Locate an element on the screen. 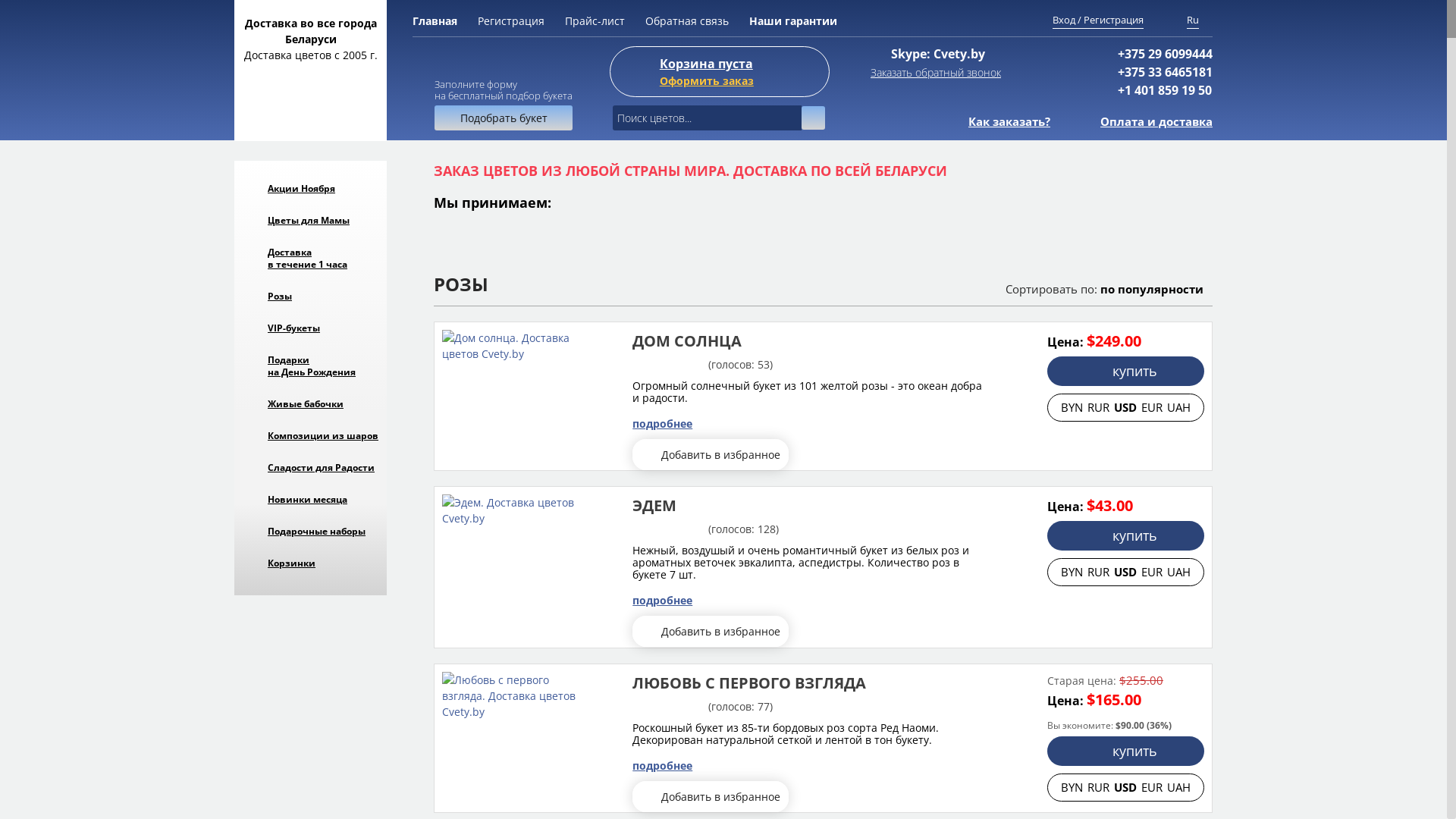 This screenshot has height=819, width=1456. 'BYN' is located at coordinates (1072, 406).